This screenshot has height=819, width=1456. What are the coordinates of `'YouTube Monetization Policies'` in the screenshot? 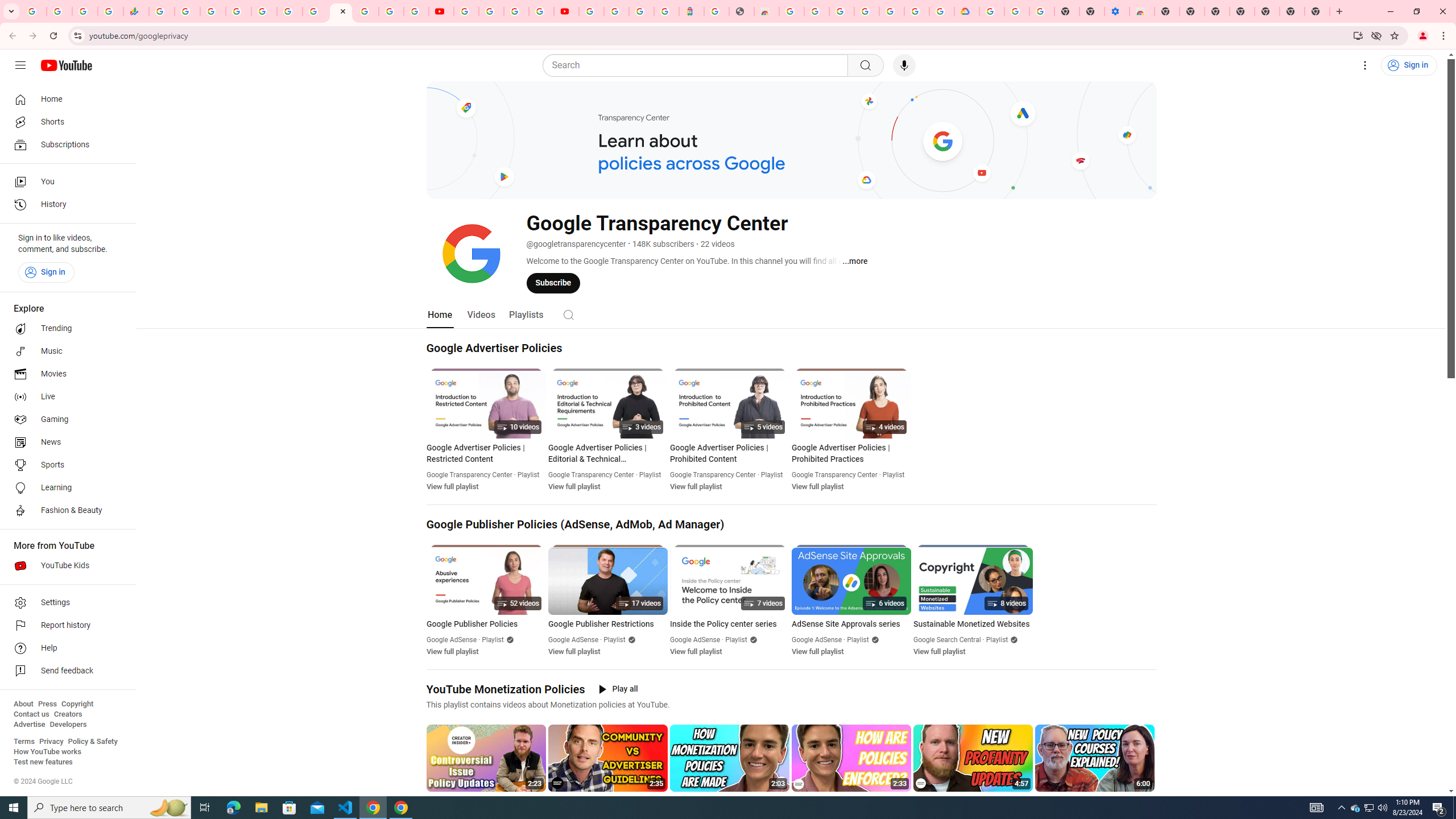 It's located at (505, 688).